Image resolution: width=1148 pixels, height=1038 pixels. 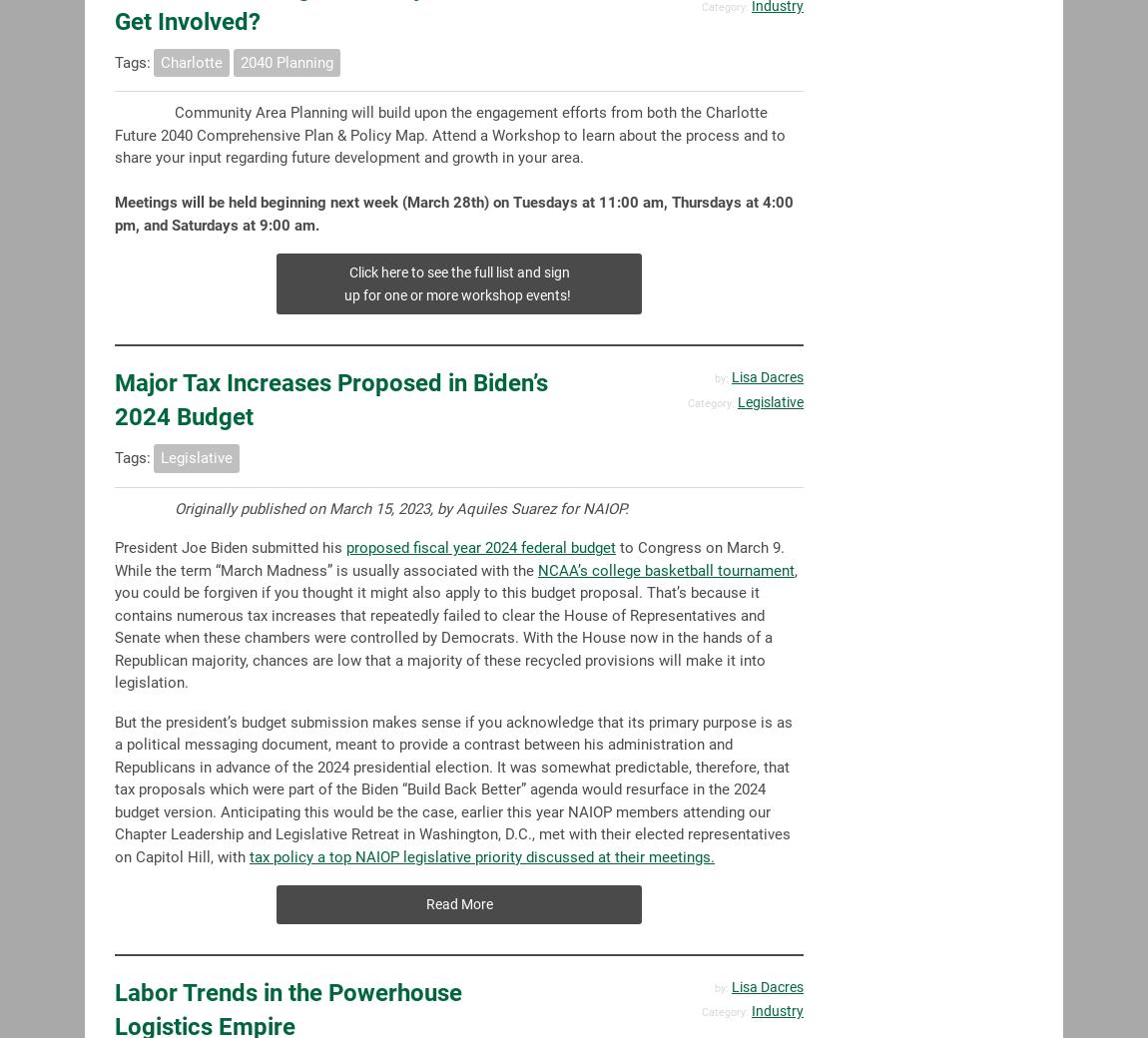 I want to click on 'NCAA’s college basketball tournament', so click(x=538, y=568).